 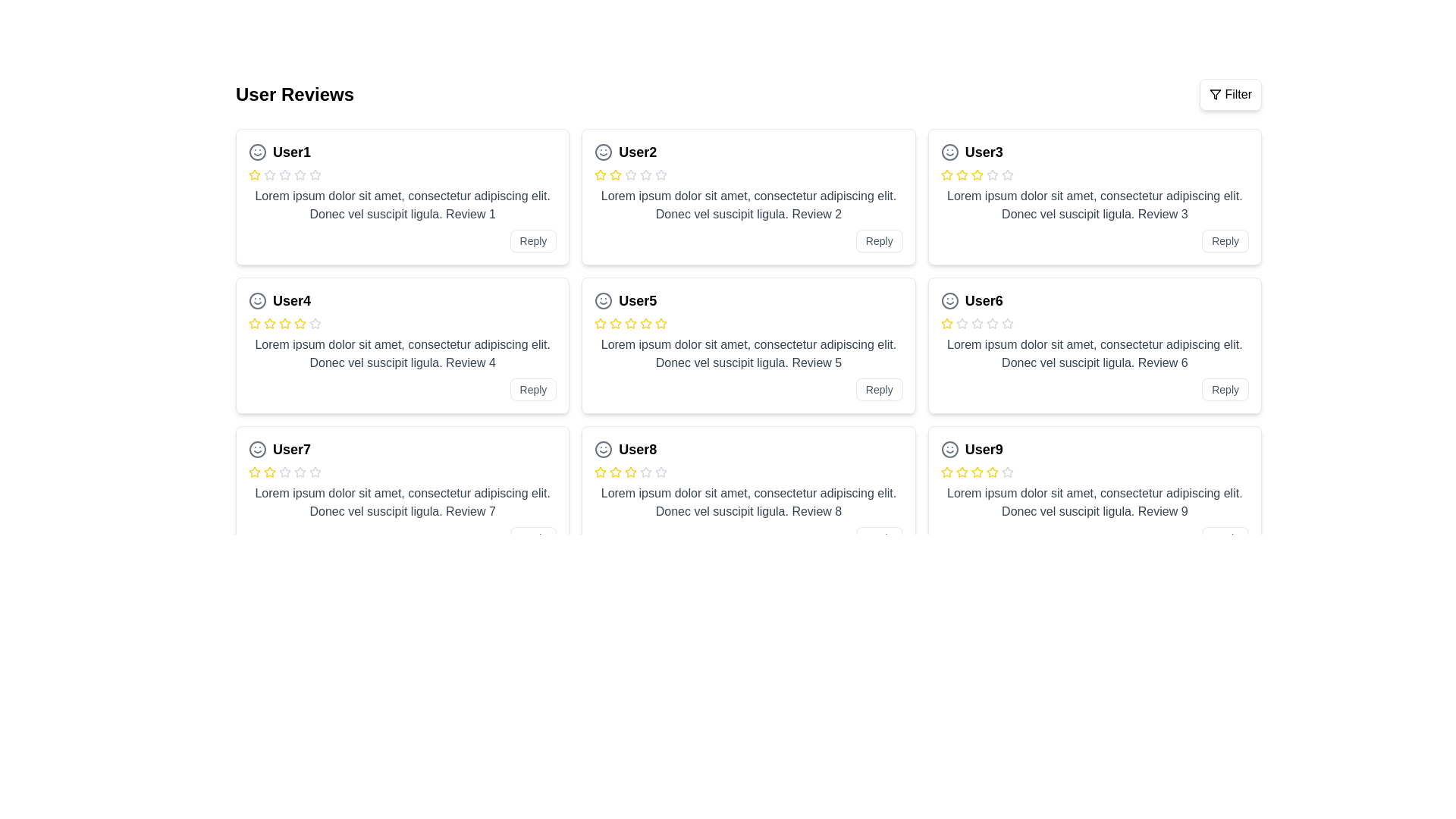 I want to click on the second star in the rating section of User2's review card, so click(x=600, y=174).